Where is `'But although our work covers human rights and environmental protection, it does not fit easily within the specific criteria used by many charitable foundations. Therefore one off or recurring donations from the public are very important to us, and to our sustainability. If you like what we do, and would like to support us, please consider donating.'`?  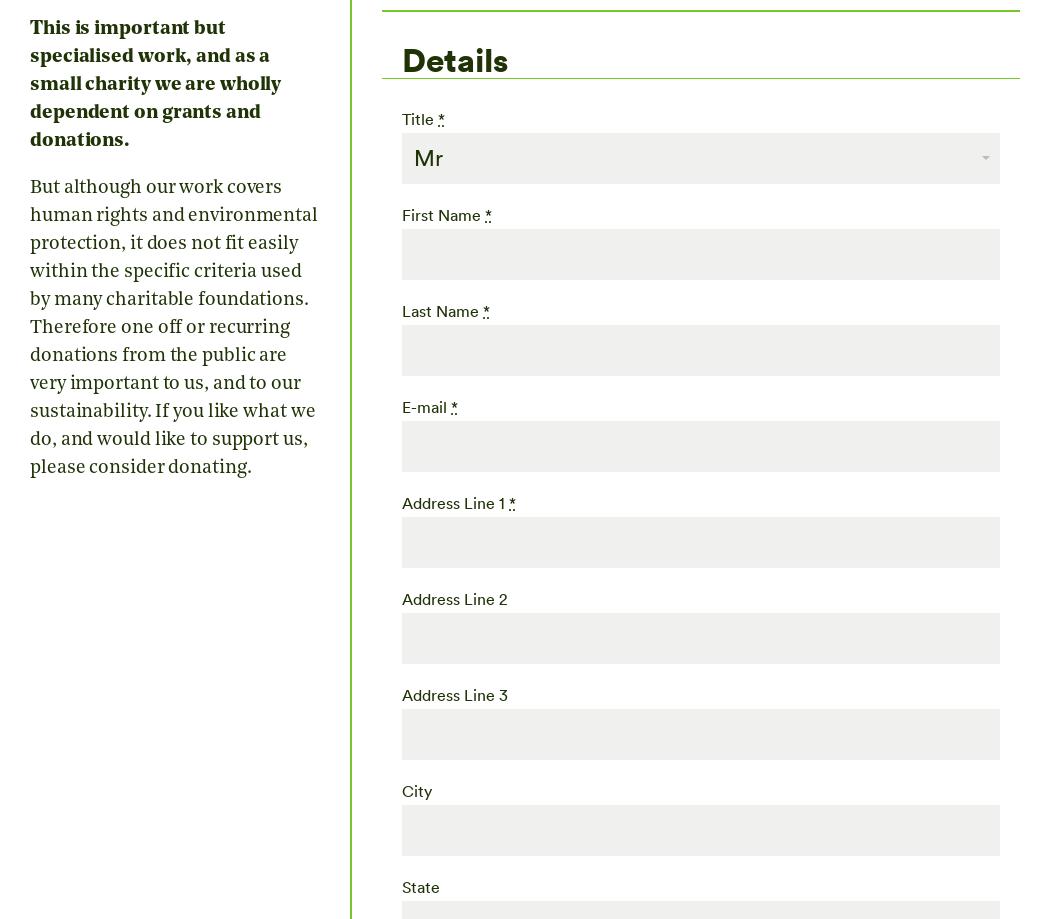 'But although our work covers human rights and environmental protection, it does not fit easily within the specific criteria used by many charitable foundations. Therefore one off or recurring donations from the public are very important to us, and to our sustainability. If you like what we do, and would like to support us, please consider donating.' is located at coordinates (173, 327).